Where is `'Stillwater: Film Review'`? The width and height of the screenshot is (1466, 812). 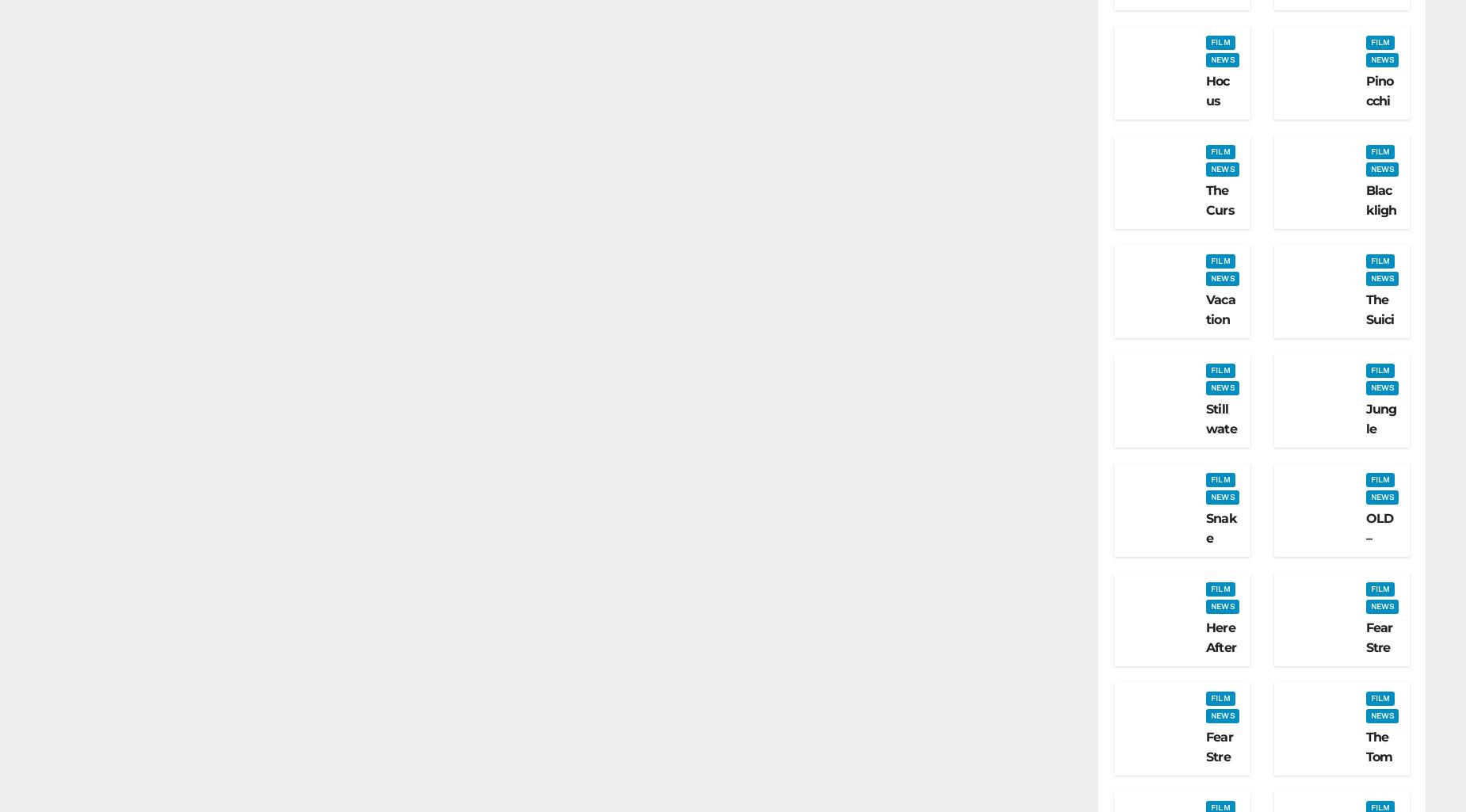
'Stillwater: Film Review' is located at coordinates (1221, 459).